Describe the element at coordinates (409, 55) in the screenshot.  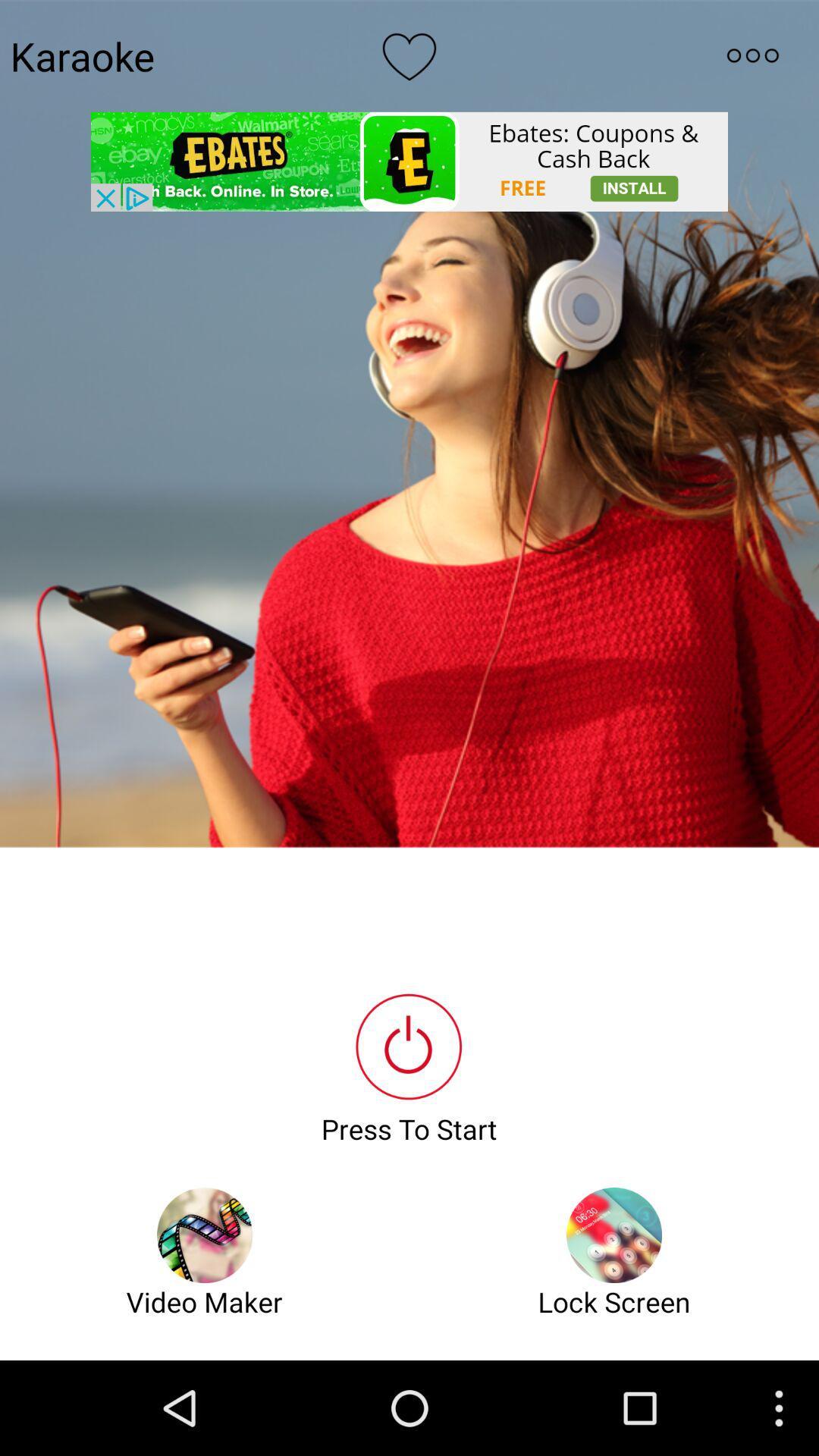
I see `like option` at that location.